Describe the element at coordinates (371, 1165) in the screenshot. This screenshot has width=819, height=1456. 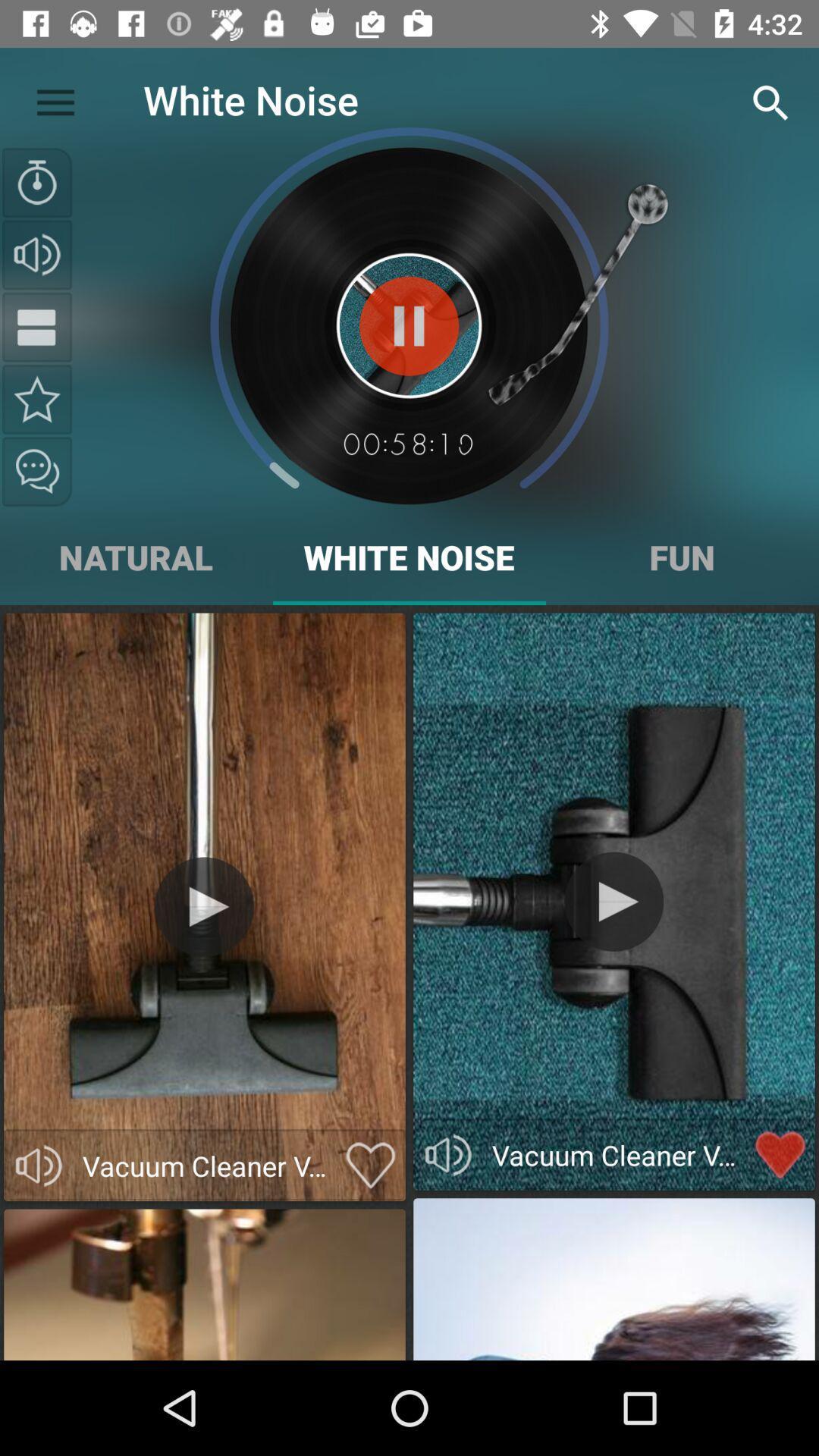
I see `to favorites` at that location.